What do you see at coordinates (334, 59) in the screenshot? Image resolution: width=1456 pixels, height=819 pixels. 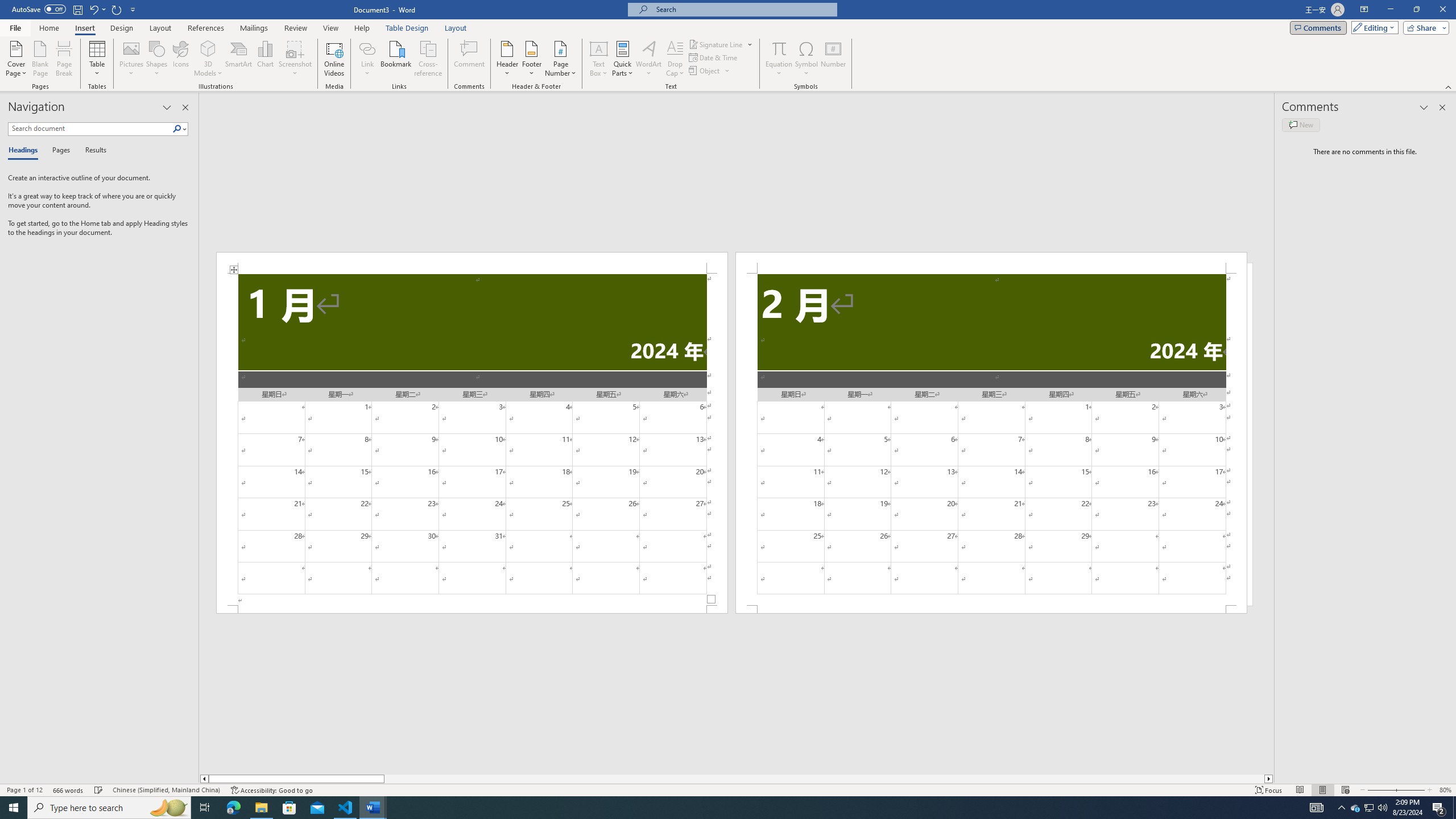 I see `'Online Videos...'` at bounding box center [334, 59].